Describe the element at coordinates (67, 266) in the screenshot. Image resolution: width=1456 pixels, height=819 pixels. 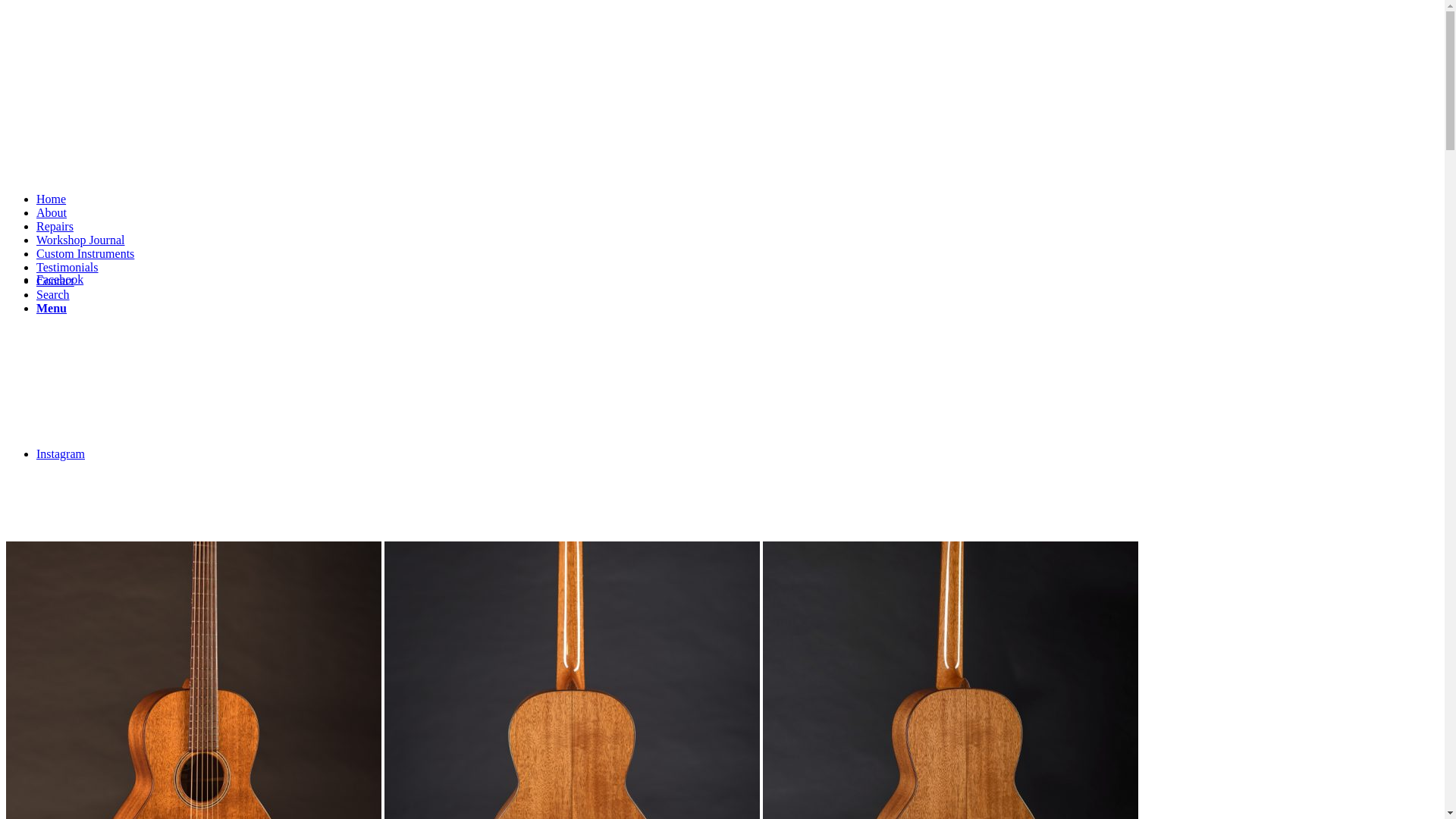
I see `'Testimonials'` at that location.